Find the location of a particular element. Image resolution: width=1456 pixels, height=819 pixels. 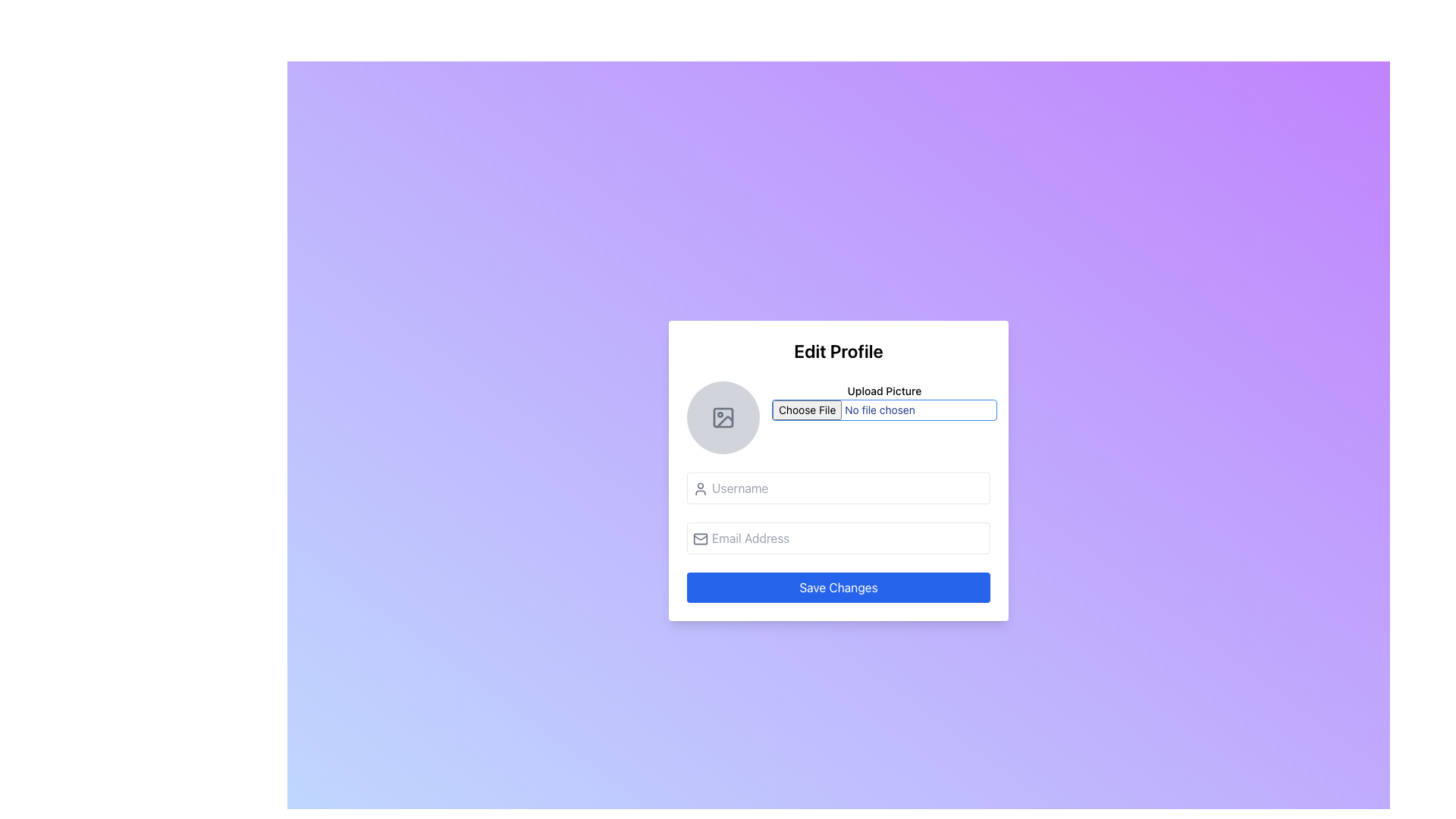

the email input field located in the 'Edit Profile' section, positioned below the 'Username' field and above the 'Save Changes' button, to focus on it is located at coordinates (837, 537).